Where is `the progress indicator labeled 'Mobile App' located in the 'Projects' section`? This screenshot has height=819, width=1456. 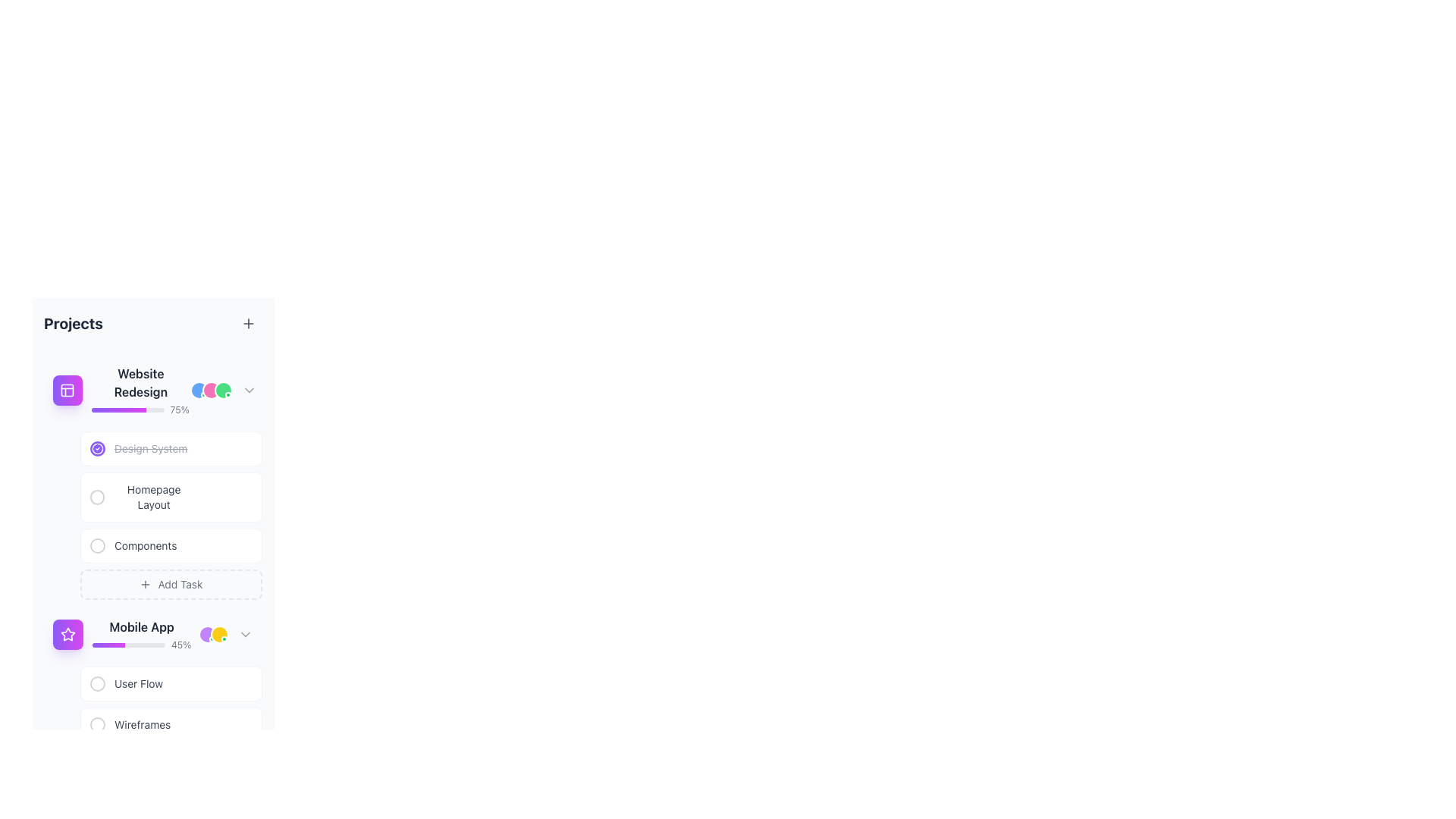
the progress indicator labeled 'Mobile App' located in the 'Projects' section is located at coordinates (142, 635).